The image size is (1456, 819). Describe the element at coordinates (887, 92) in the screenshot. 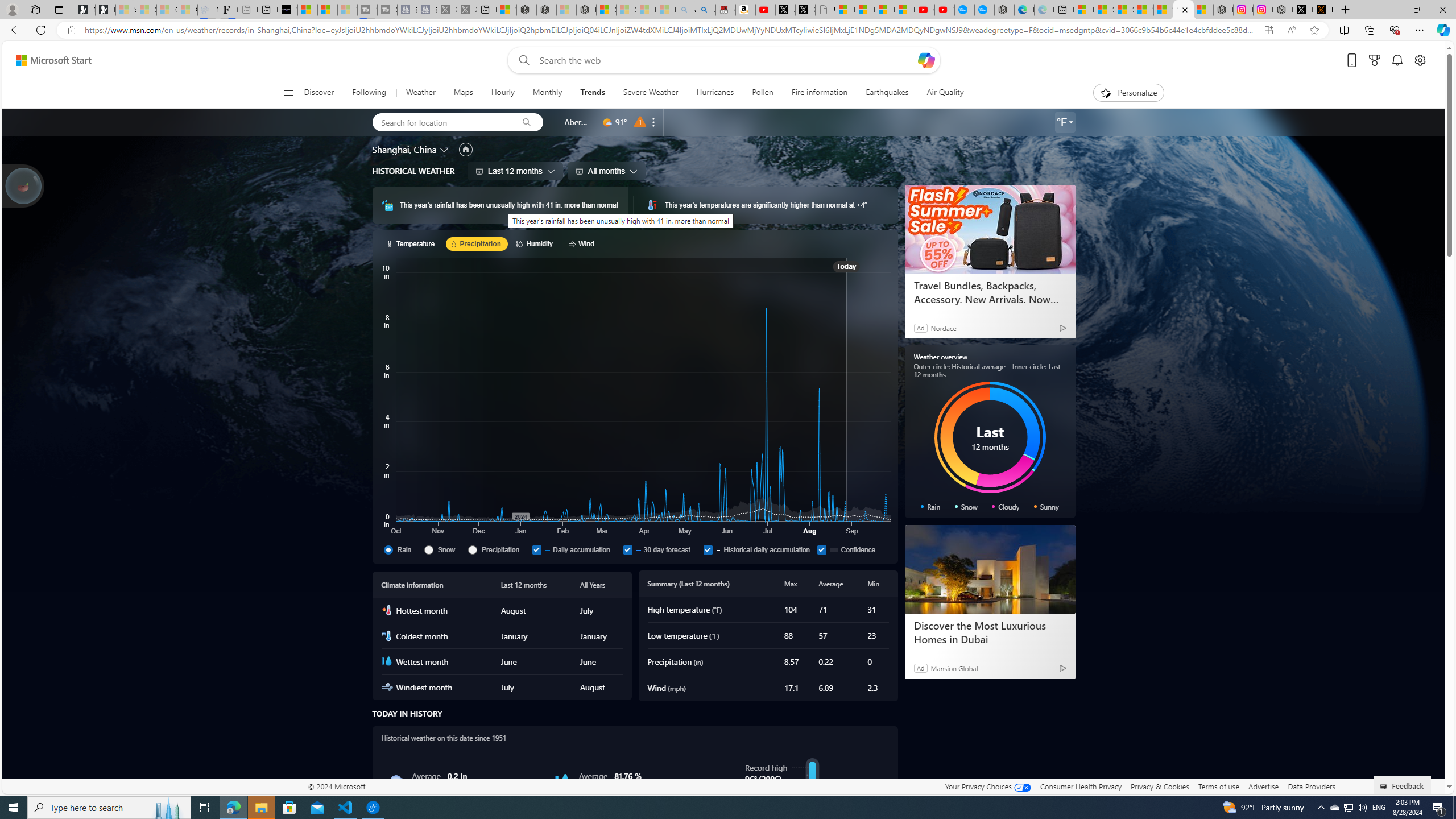

I see `'Earthquakes'` at that location.